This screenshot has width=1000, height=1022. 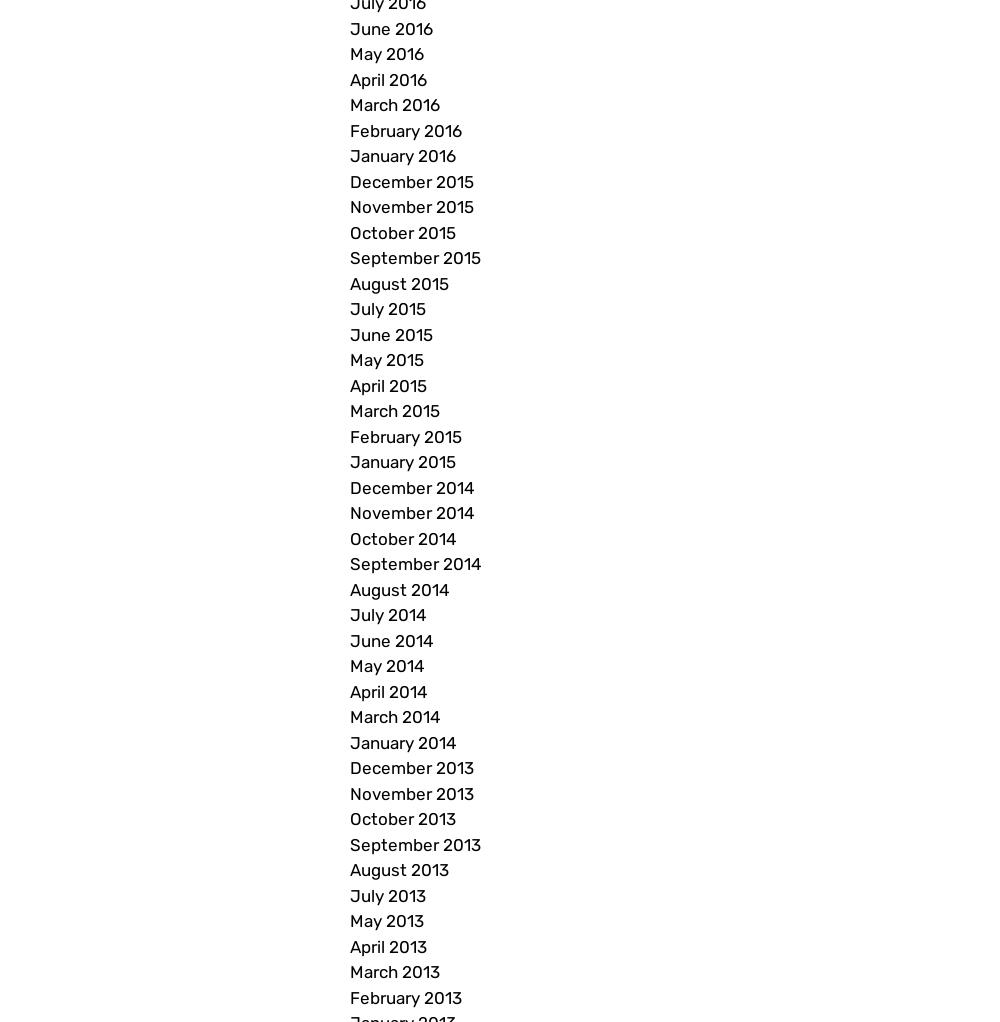 What do you see at coordinates (392, 639) in the screenshot?
I see `'June 2014'` at bounding box center [392, 639].